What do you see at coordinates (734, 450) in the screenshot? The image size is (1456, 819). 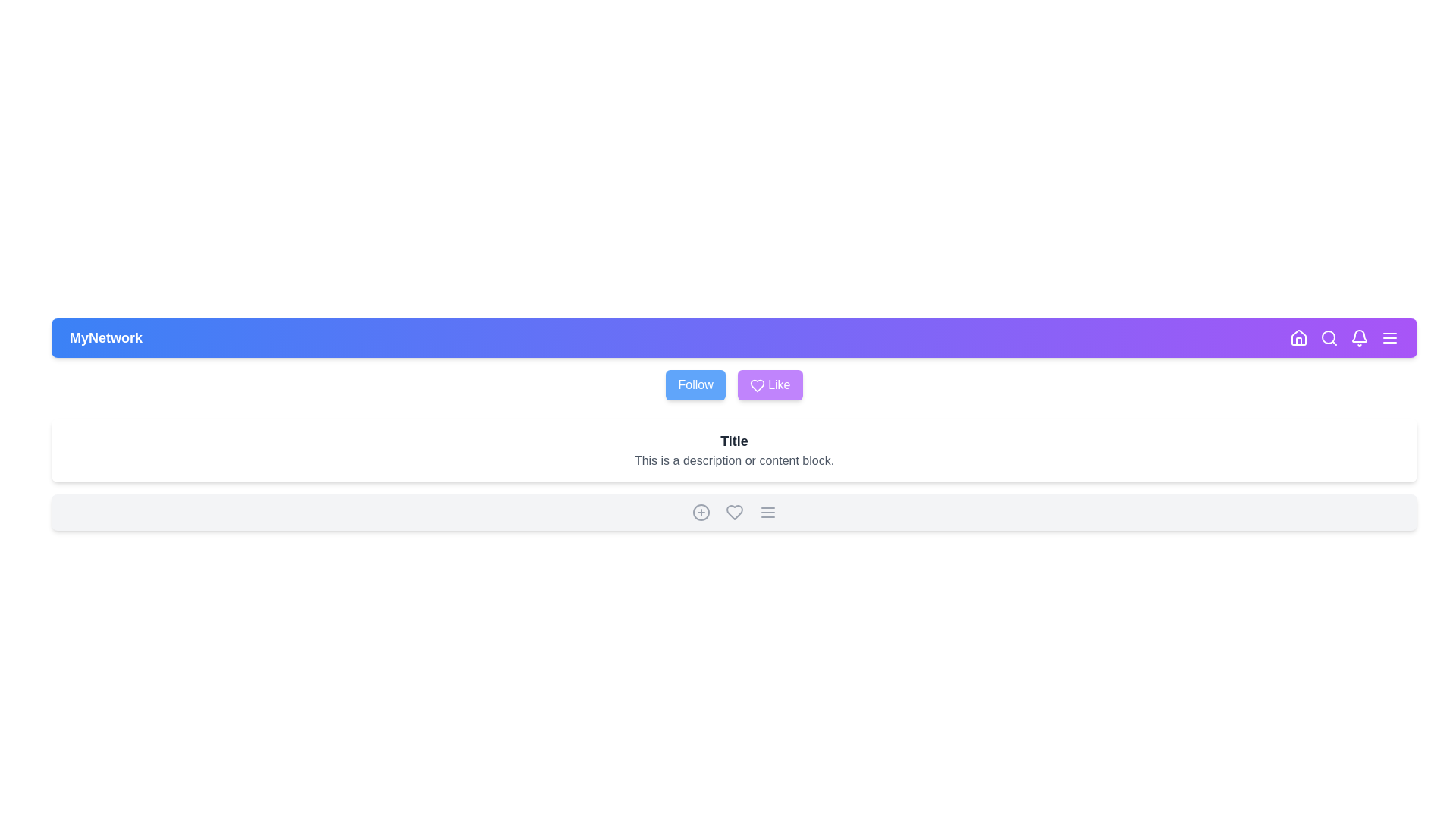 I see `text content of the content block which includes a bold title and a description below it` at bounding box center [734, 450].